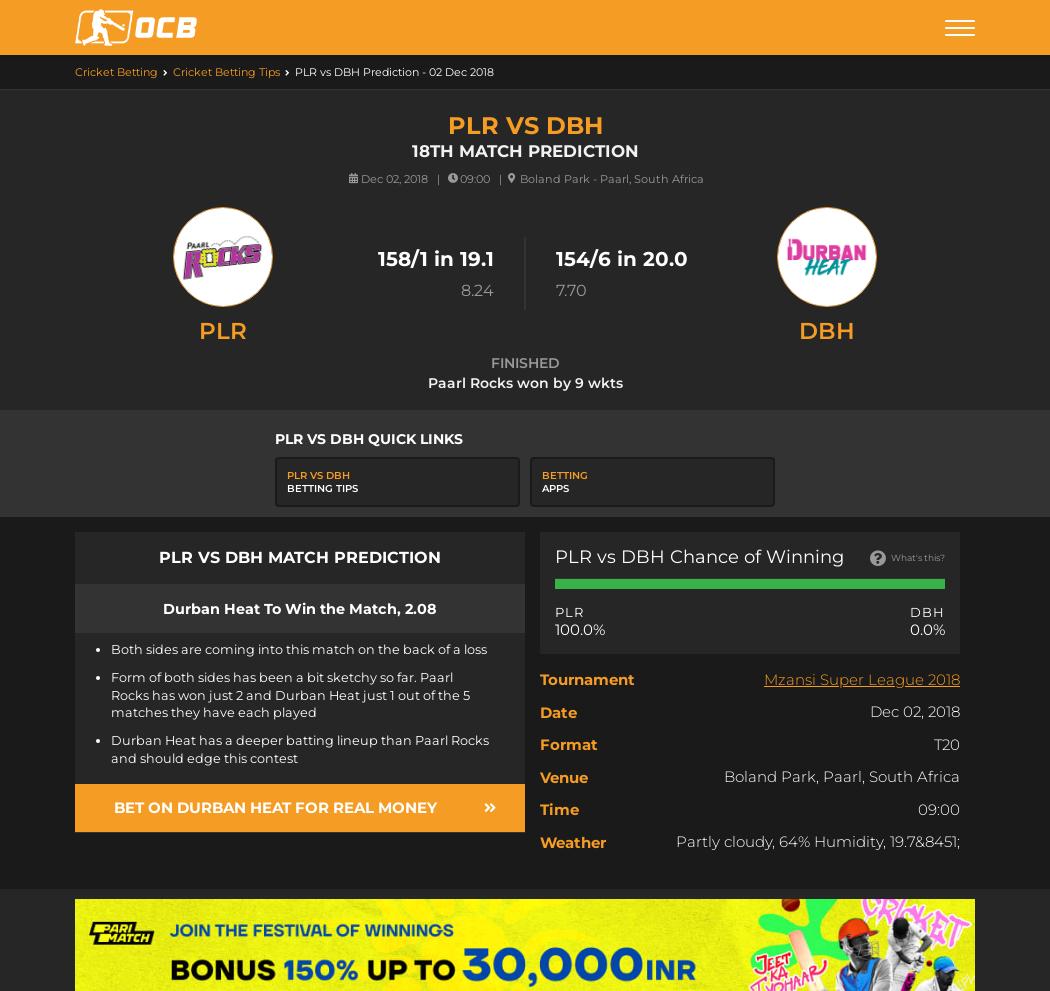 The height and width of the screenshot is (991, 1050). What do you see at coordinates (322, 487) in the screenshot?
I see `'Betting Tips'` at bounding box center [322, 487].